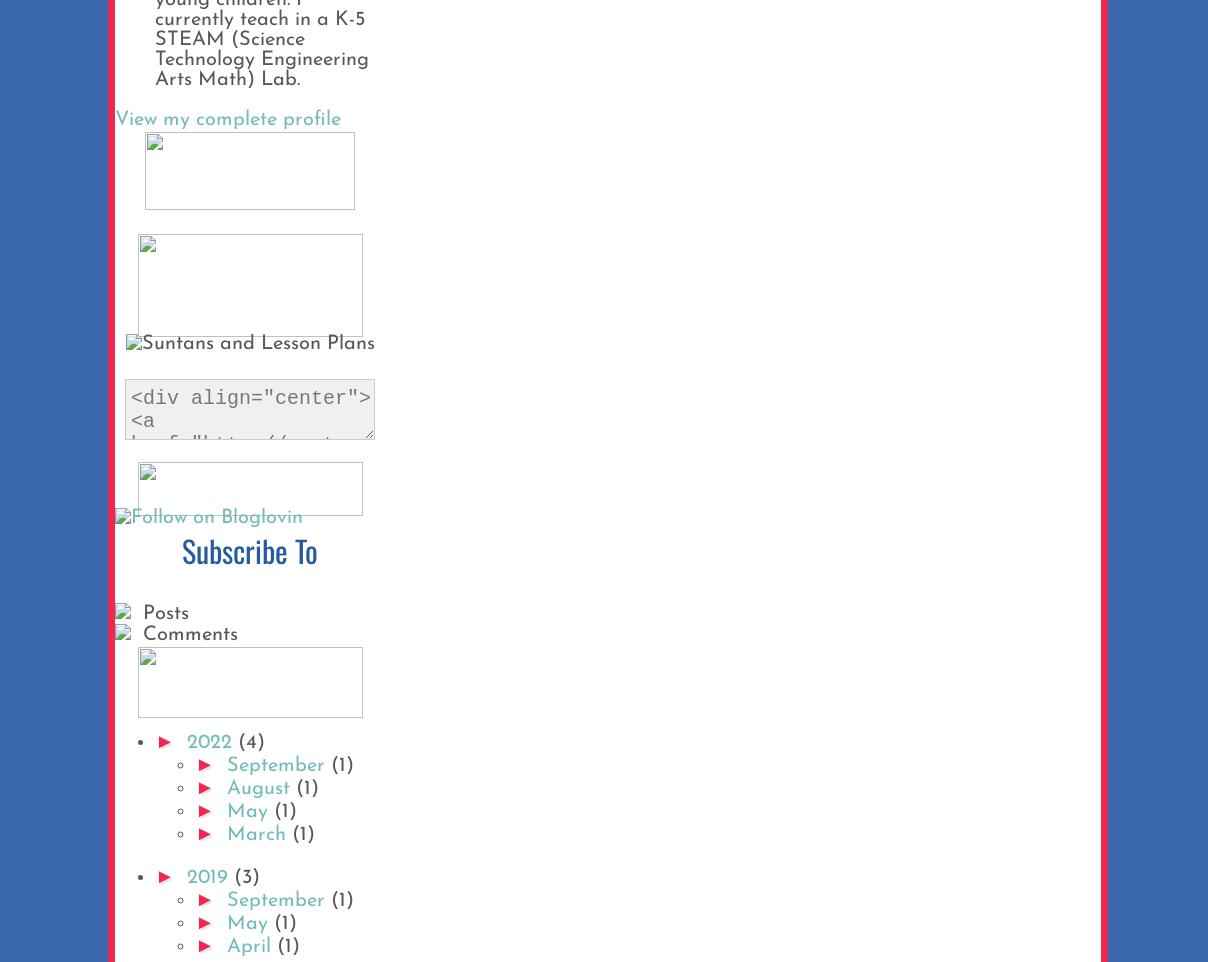 Image resolution: width=1208 pixels, height=962 pixels. I want to click on '(3)', so click(245, 877).